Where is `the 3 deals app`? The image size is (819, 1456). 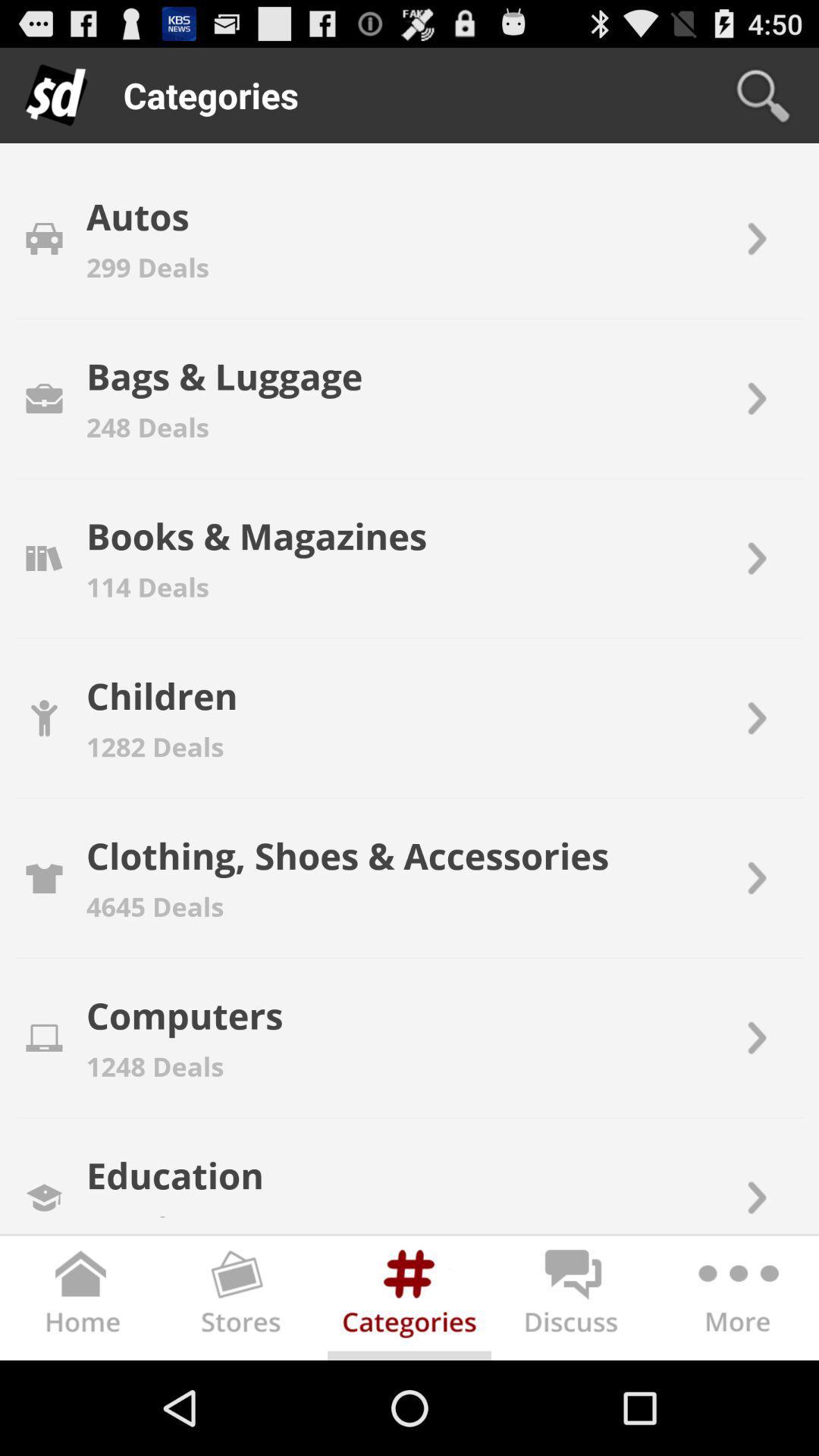
the 3 deals app is located at coordinates (132, 1210).